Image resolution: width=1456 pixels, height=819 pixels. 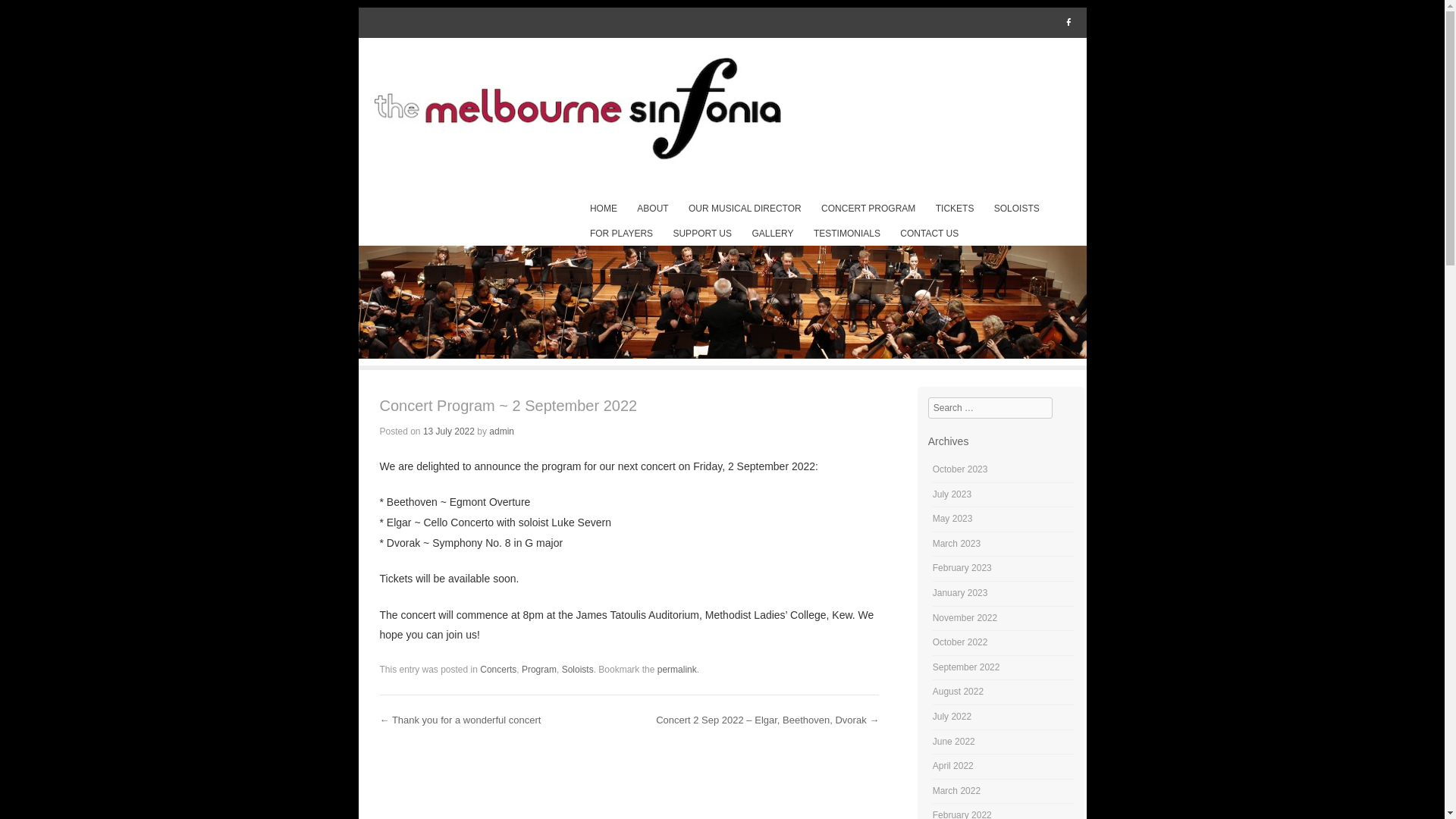 What do you see at coordinates (621, 234) in the screenshot?
I see `'FOR PLAYERS'` at bounding box center [621, 234].